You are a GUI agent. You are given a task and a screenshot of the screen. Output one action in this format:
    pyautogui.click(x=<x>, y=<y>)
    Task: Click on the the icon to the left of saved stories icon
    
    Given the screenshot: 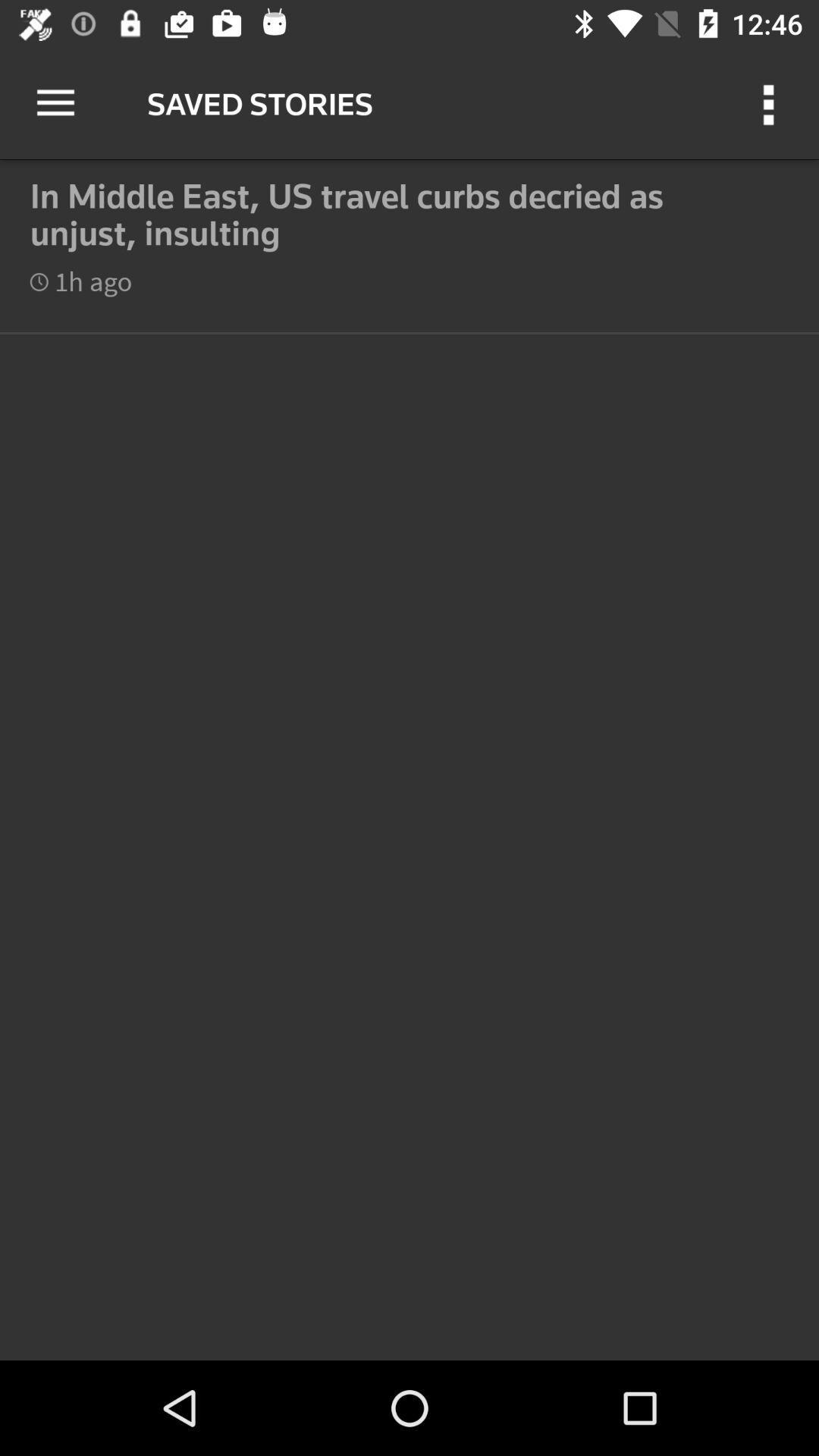 What is the action you would take?
    pyautogui.click(x=55, y=102)
    